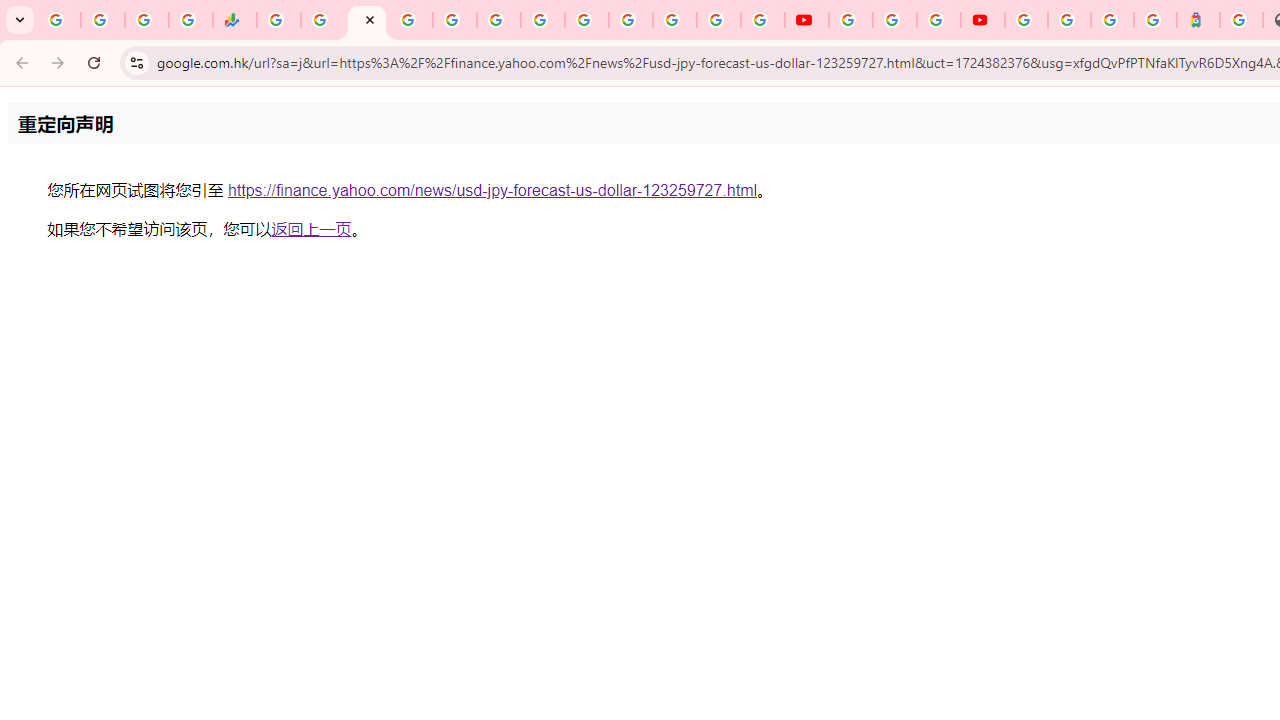 Image resolution: width=1280 pixels, height=720 pixels. Describe the element at coordinates (807, 20) in the screenshot. I see `'YouTube'` at that location.